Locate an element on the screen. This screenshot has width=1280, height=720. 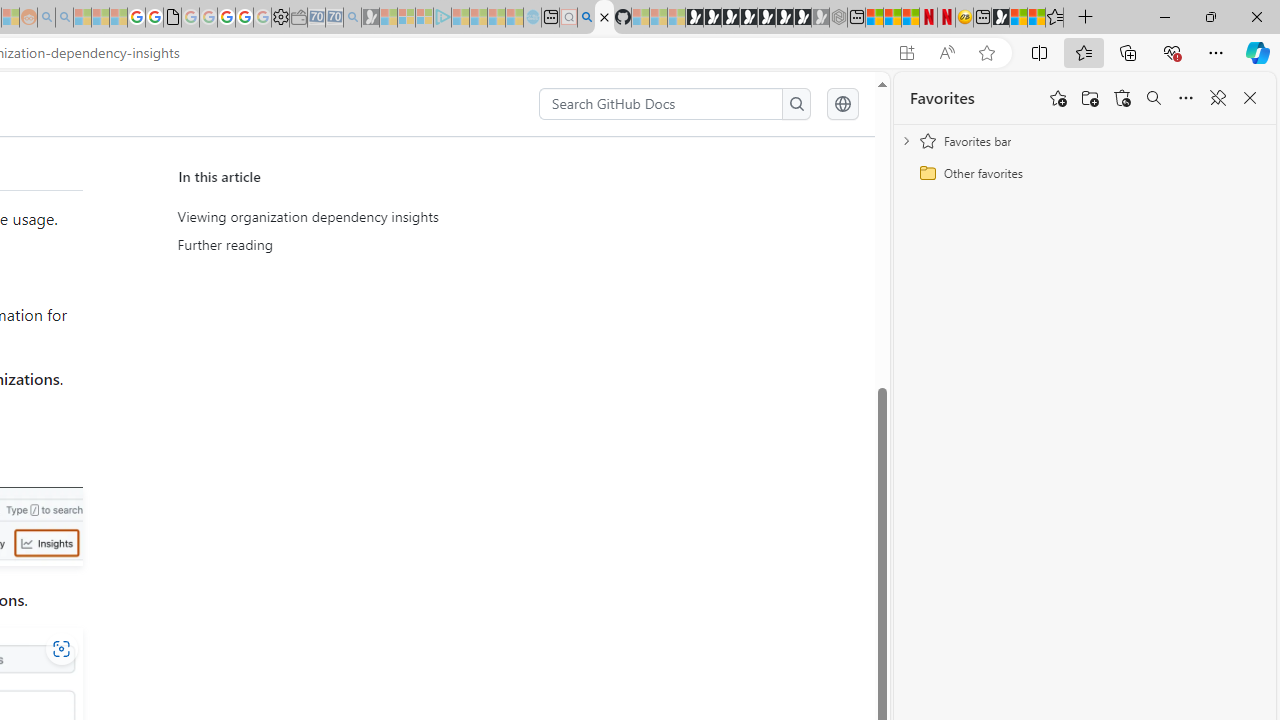
'Restore deleted favorites' is located at coordinates (1122, 98).